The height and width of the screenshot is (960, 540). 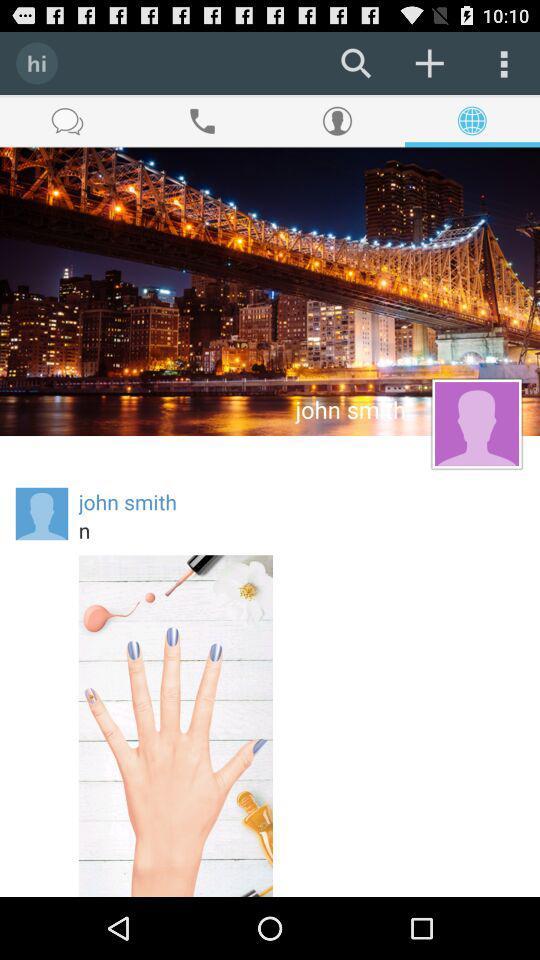 What do you see at coordinates (300, 529) in the screenshot?
I see `the item below the john smith icon` at bounding box center [300, 529].